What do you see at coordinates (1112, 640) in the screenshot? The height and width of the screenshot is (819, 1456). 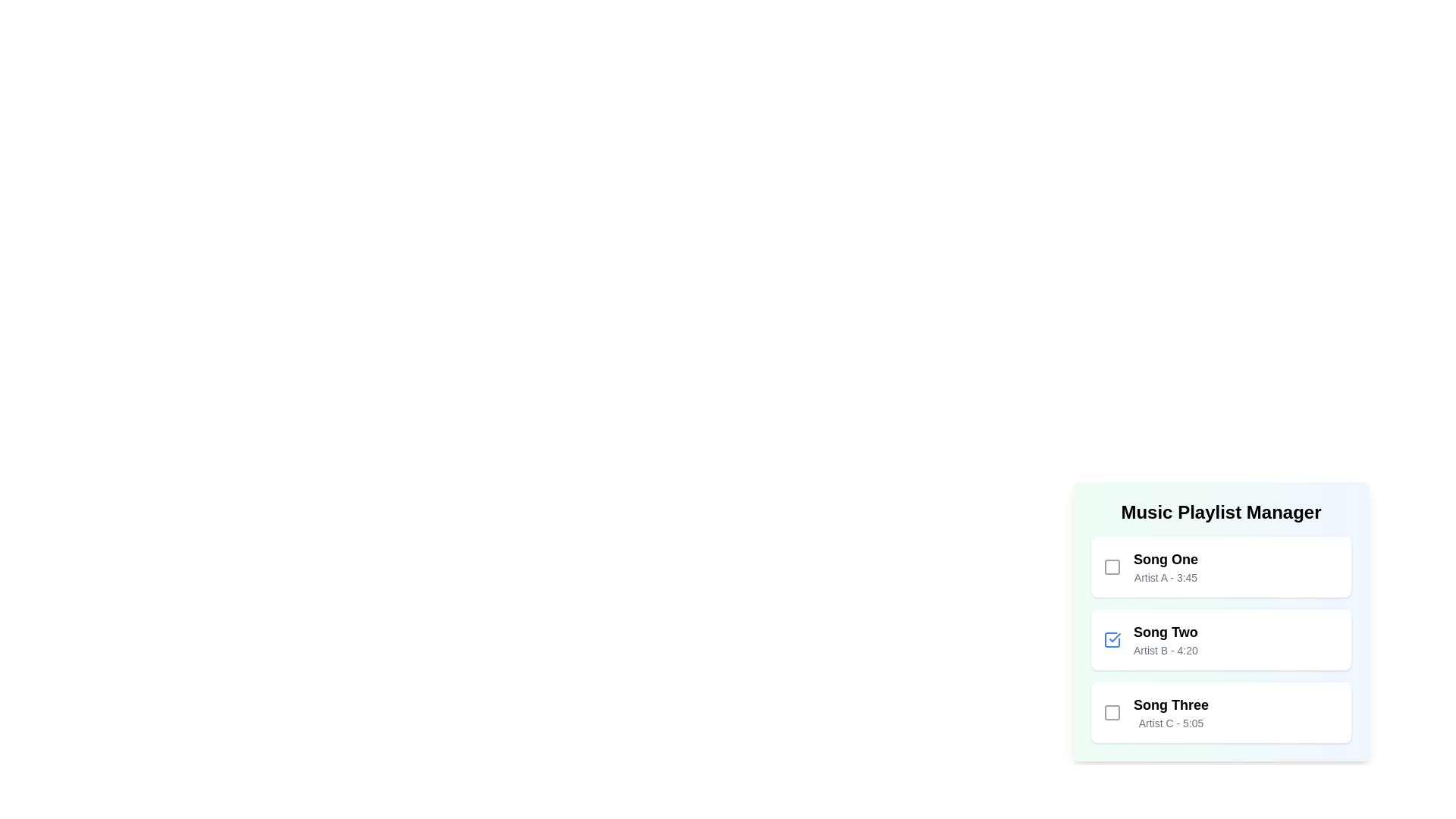 I see `the checkbox for 'Song Two'` at bounding box center [1112, 640].